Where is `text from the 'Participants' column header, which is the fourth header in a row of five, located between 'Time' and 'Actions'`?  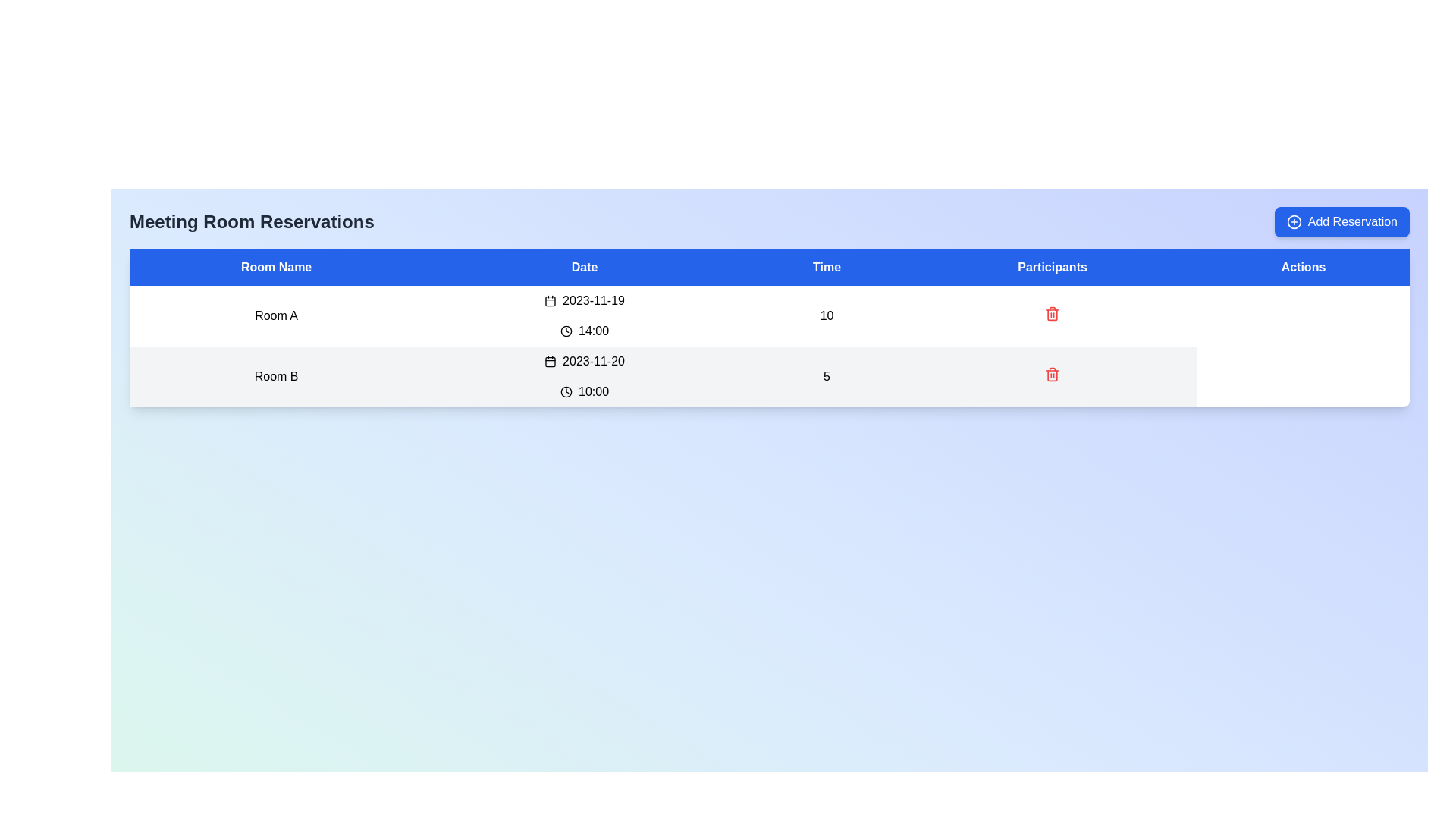 text from the 'Participants' column header, which is the fourth header in a row of five, located between 'Time' and 'Actions' is located at coordinates (1051, 267).